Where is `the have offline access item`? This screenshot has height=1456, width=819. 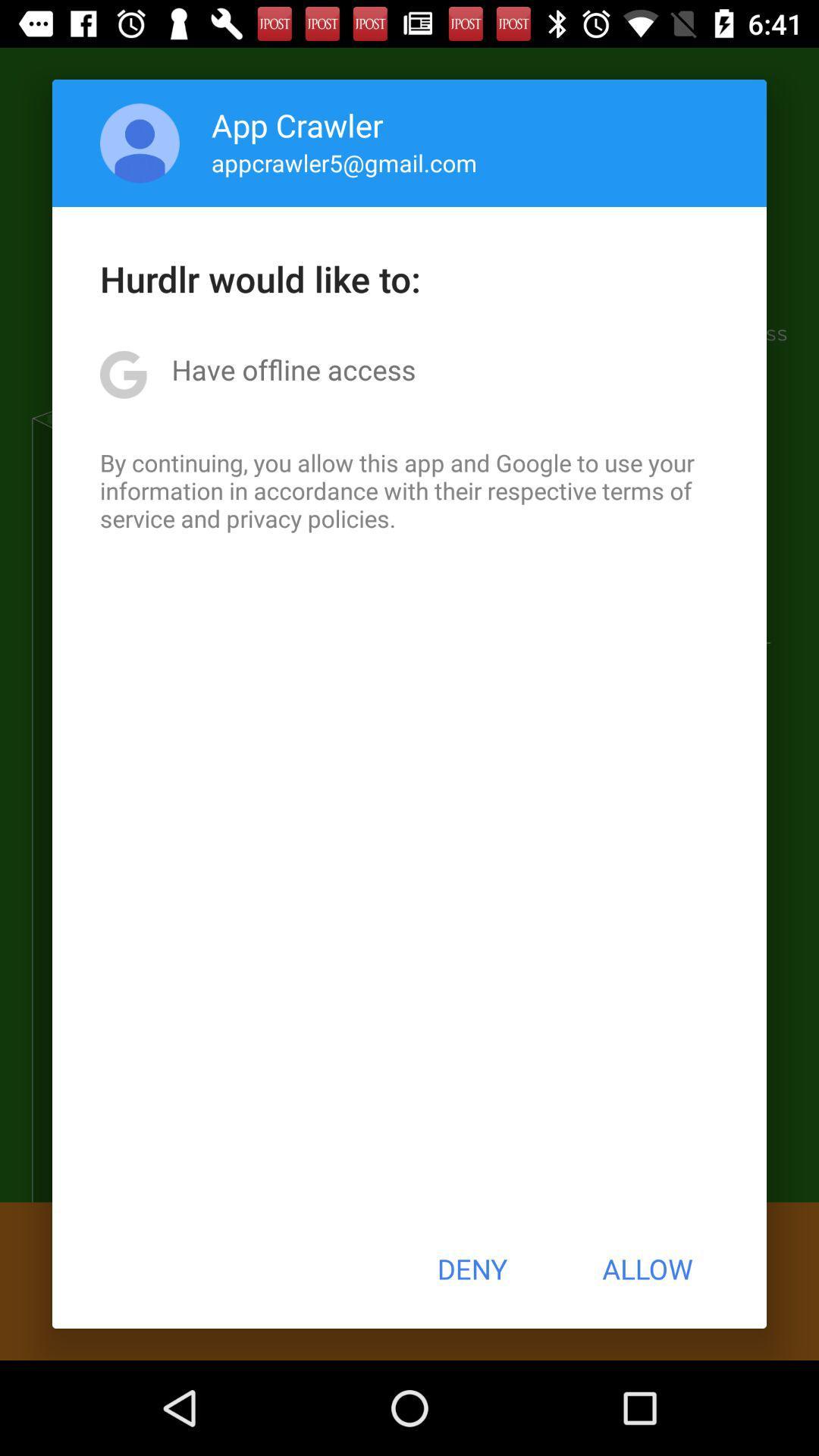 the have offline access item is located at coordinates (293, 369).